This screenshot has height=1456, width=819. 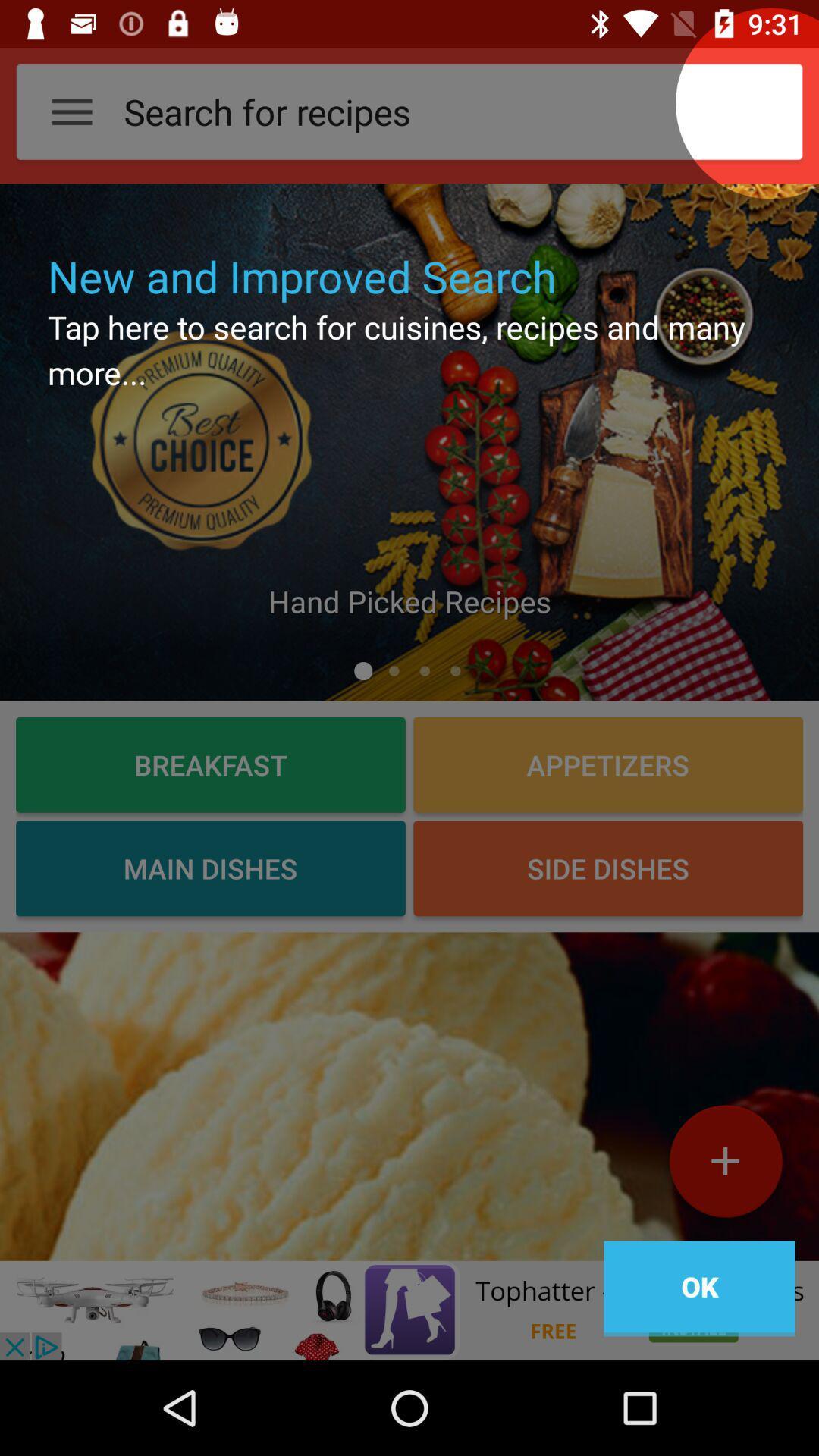 What do you see at coordinates (72, 111) in the screenshot?
I see `the button on the top left corner on the web page` at bounding box center [72, 111].